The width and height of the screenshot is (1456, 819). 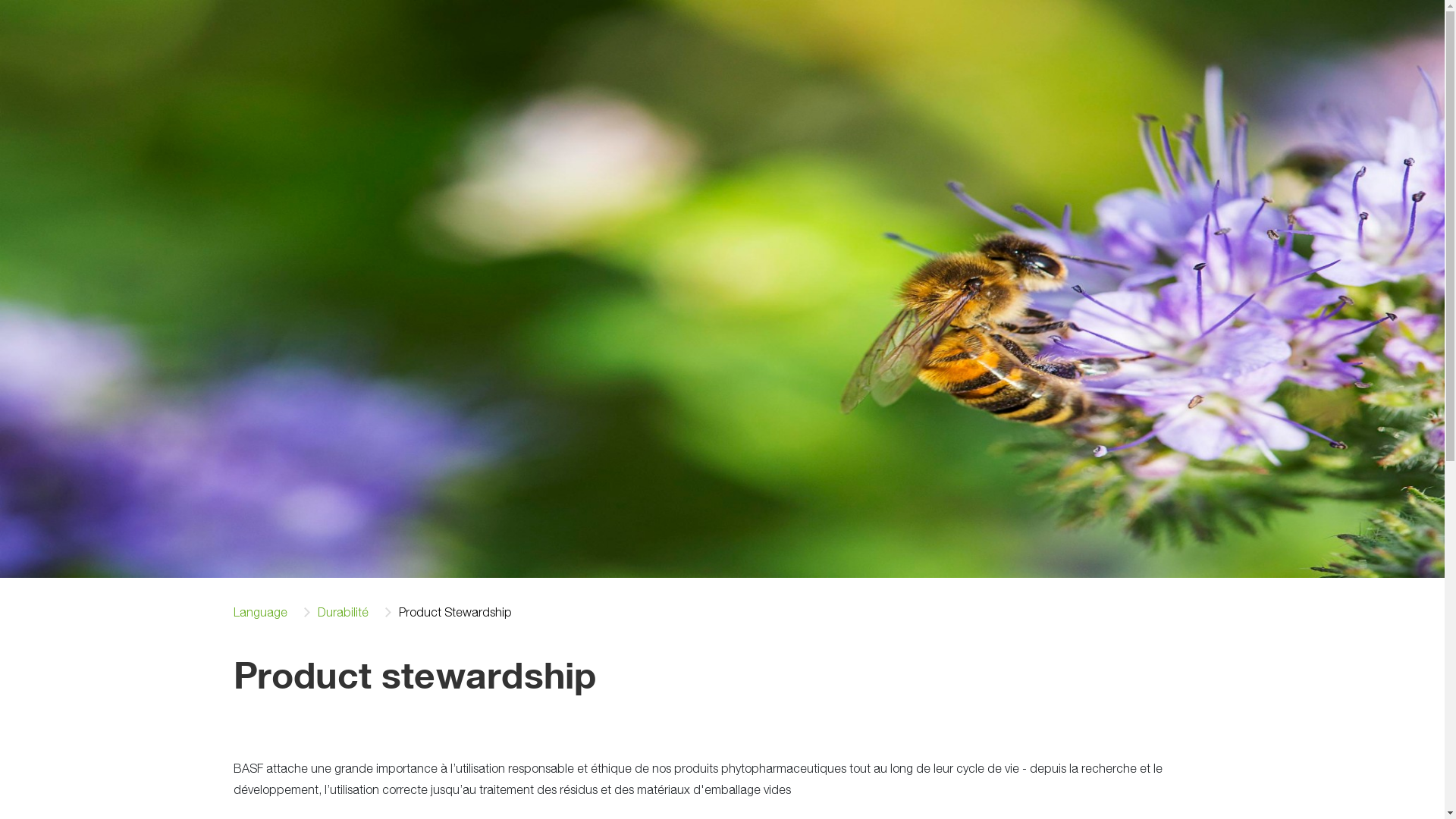 What do you see at coordinates (260, 611) in the screenshot?
I see `'Language'` at bounding box center [260, 611].